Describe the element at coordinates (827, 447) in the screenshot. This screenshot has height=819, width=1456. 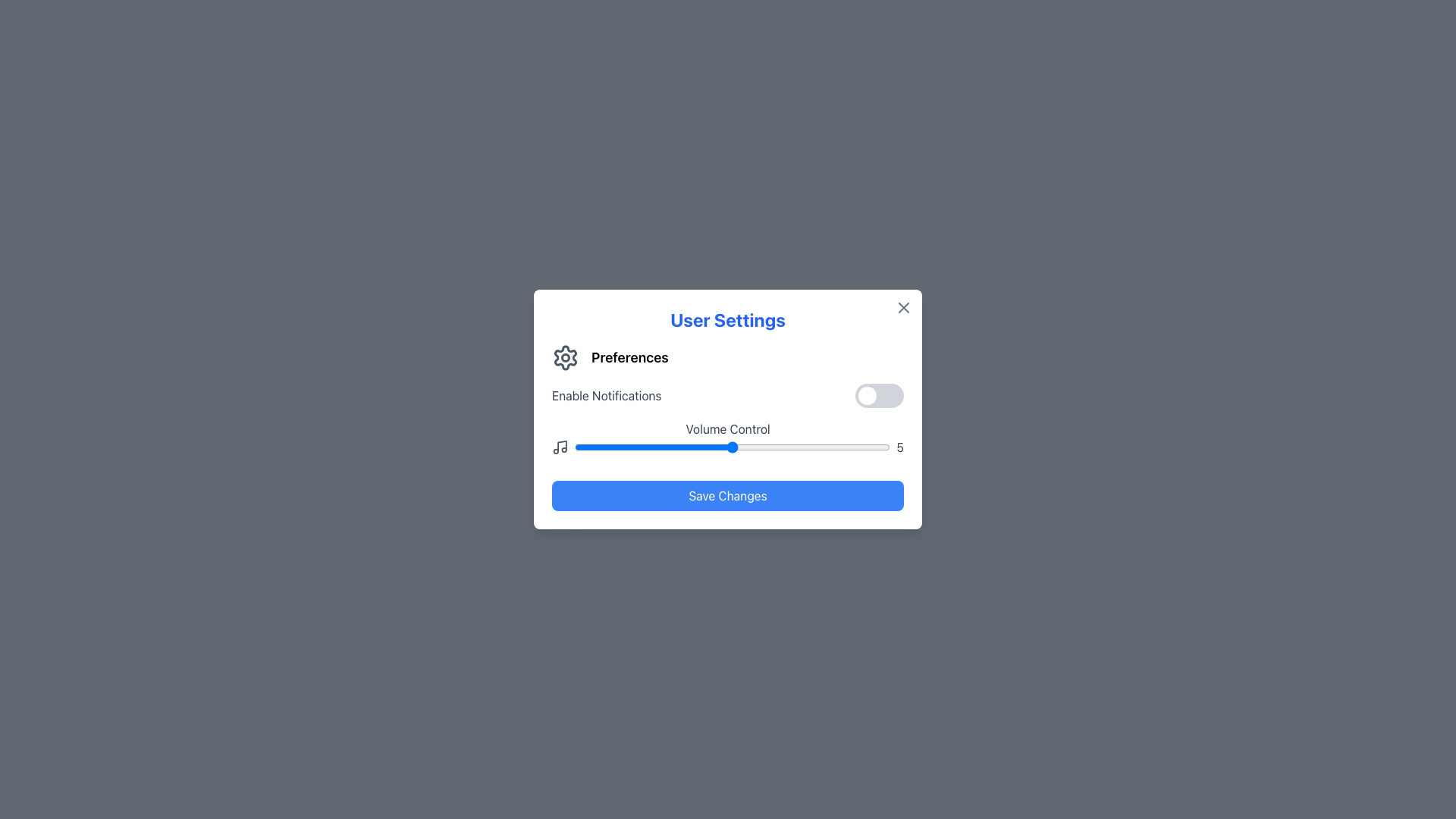
I see `the volume level` at that location.